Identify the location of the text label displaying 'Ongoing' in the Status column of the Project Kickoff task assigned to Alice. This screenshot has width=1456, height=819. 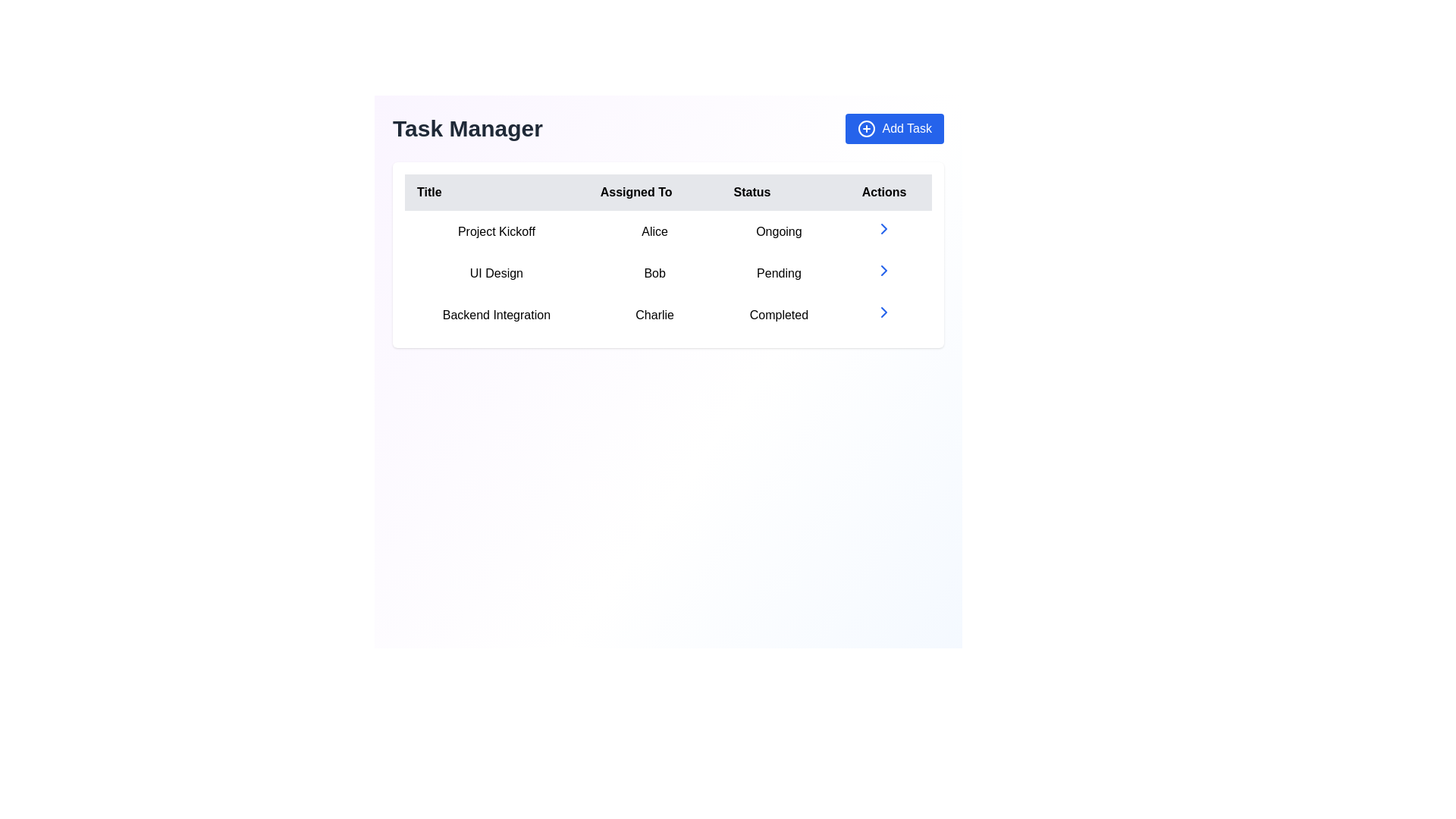
(779, 231).